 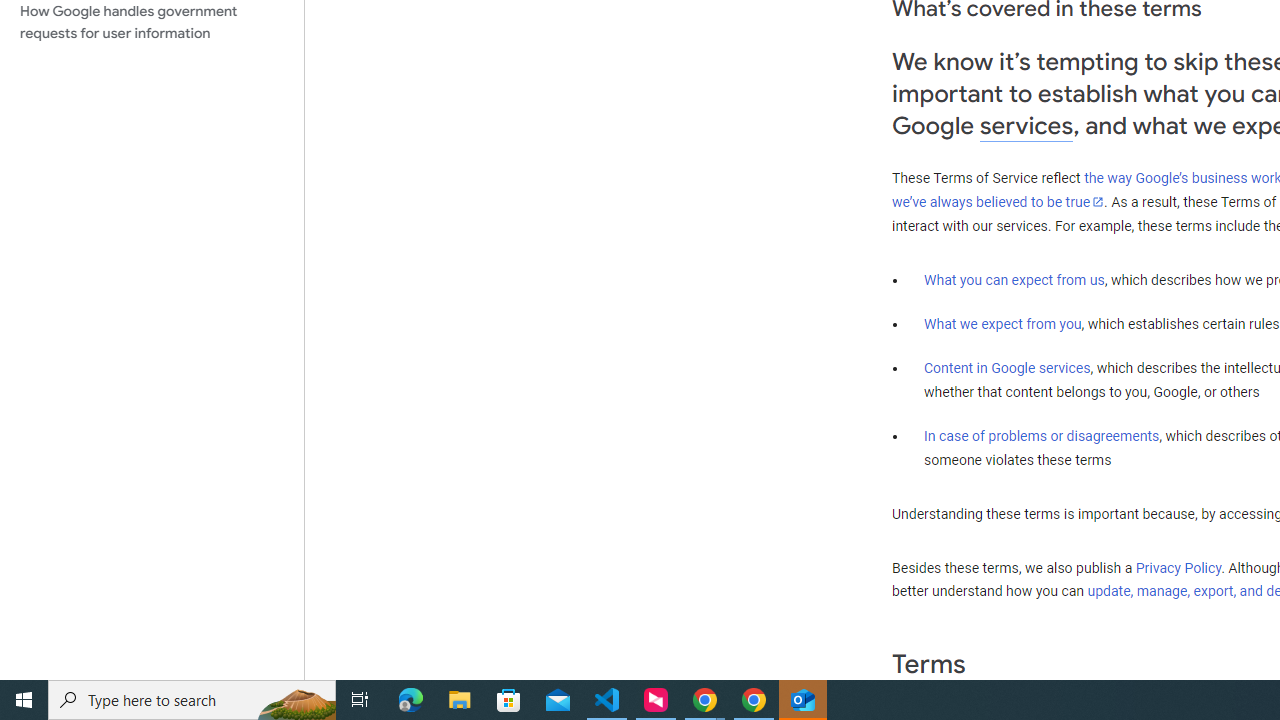 I want to click on 'Content in Google services', so click(x=1007, y=368).